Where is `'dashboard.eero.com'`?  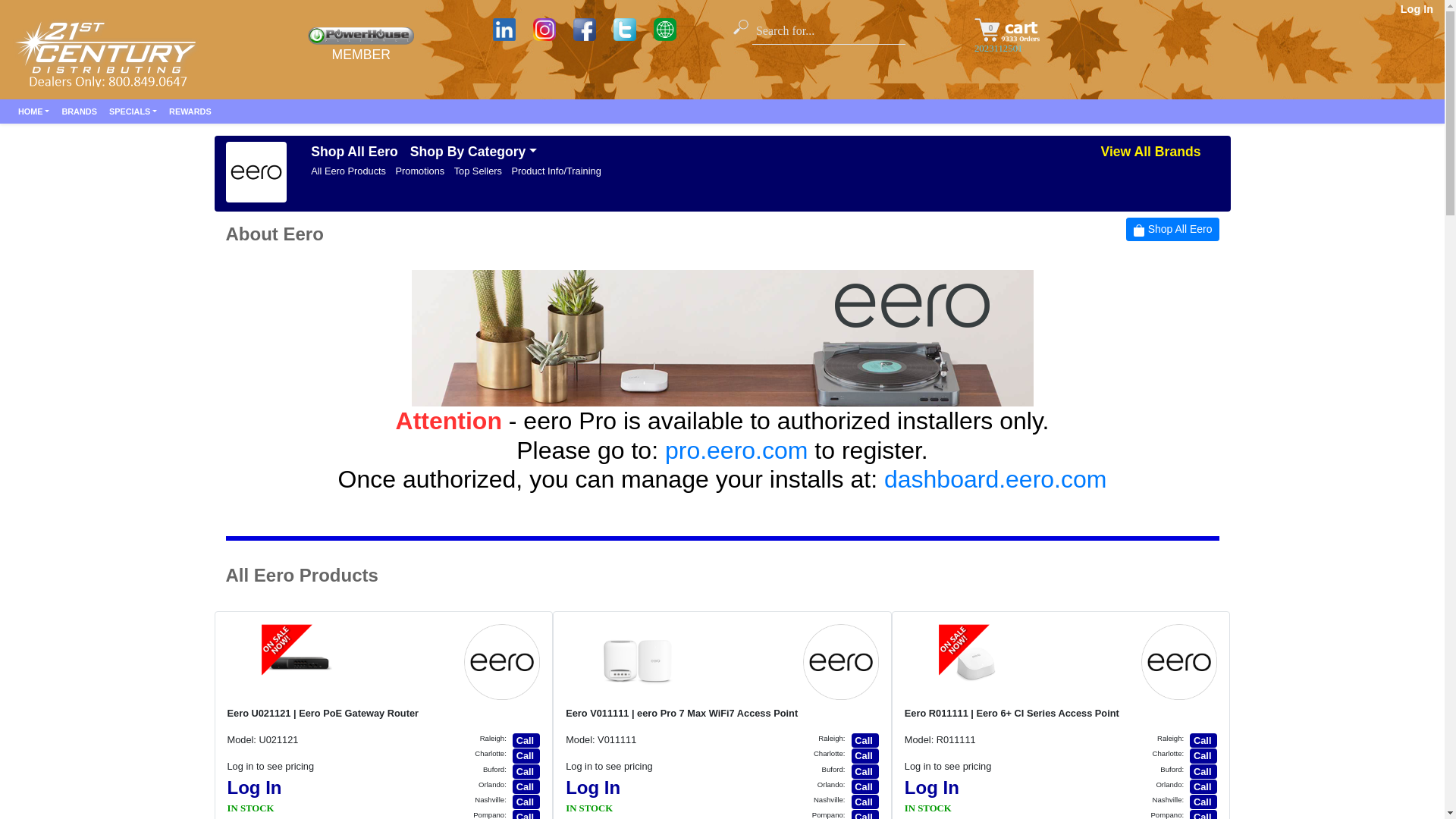
'dashboard.eero.com' is located at coordinates (884, 479).